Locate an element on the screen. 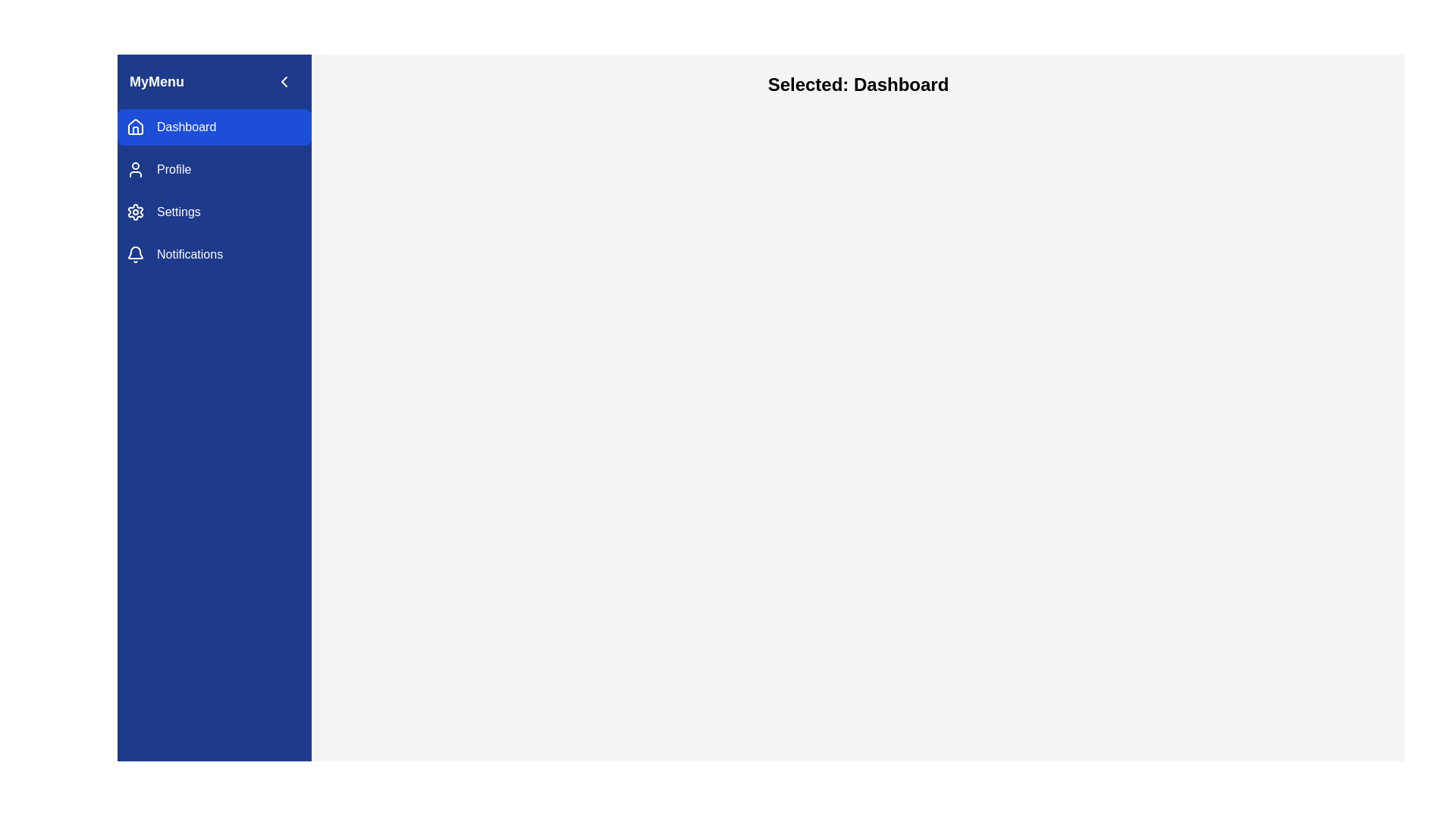 The width and height of the screenshot is (1456, 819). the house-shaped icon located within the 'Dashboard' option of the menu is located at coordinates (135, 127).